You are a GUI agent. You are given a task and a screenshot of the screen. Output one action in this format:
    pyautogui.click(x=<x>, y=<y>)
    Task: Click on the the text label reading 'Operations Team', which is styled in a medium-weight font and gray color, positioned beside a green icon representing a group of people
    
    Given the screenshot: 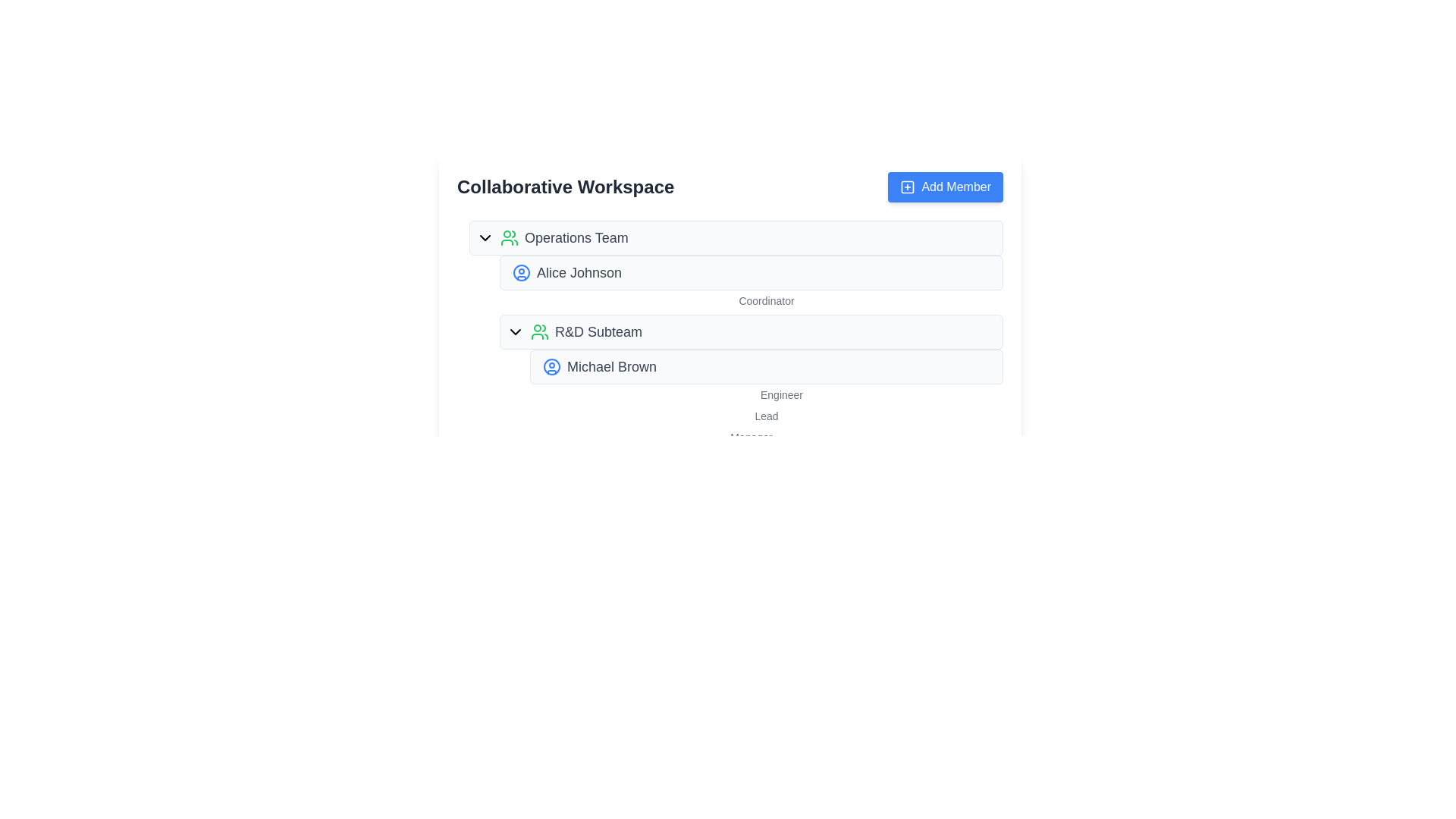 What is the action you would take?
    pyautogui.click(x=576, y=237)
    